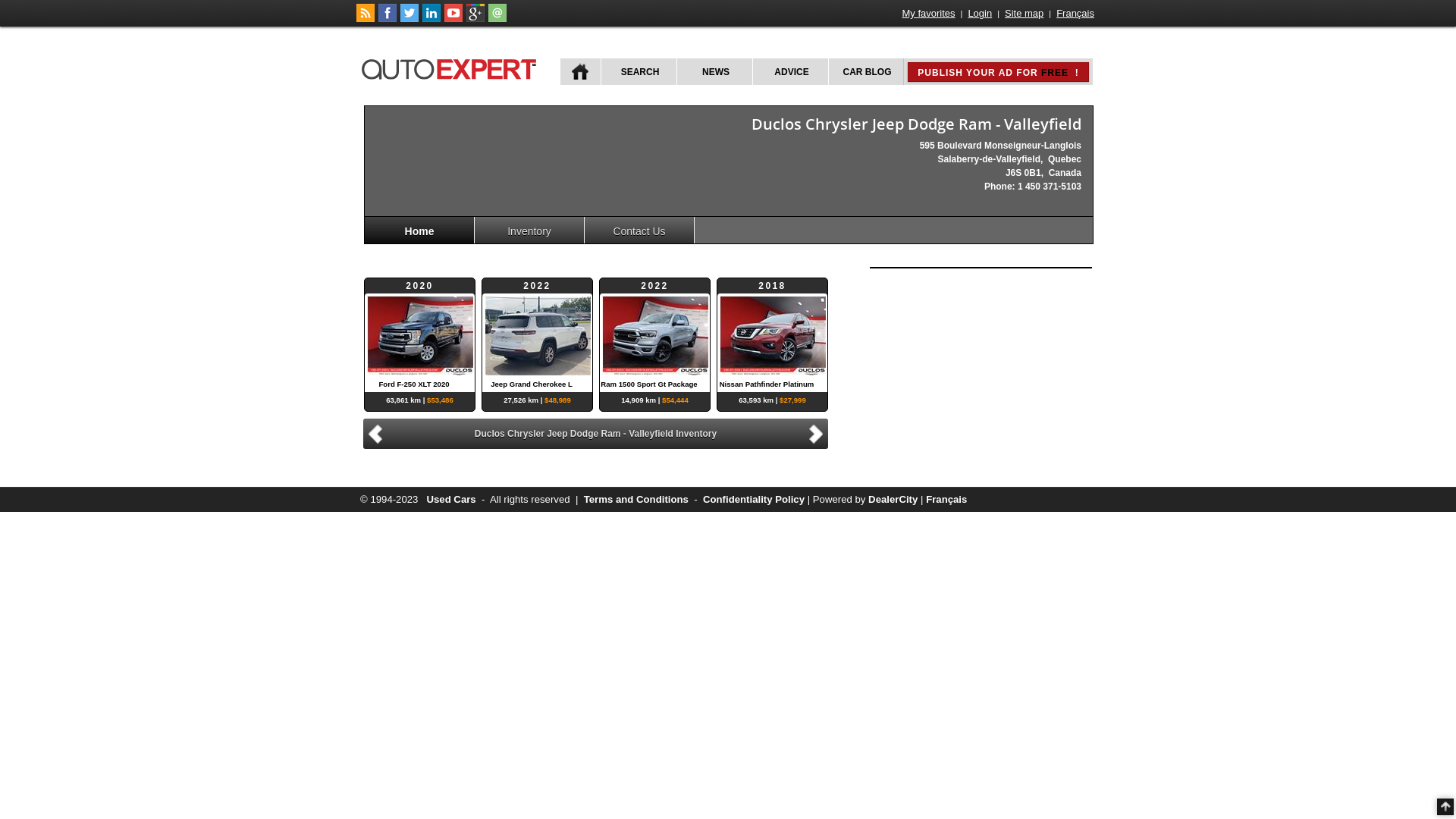 Image resolution: width=1456 pixels, height=819 pixels. What do you see at coordinates (979, 13) in the screenshot?
I see `'Login'` at bounding box center [979, 13].